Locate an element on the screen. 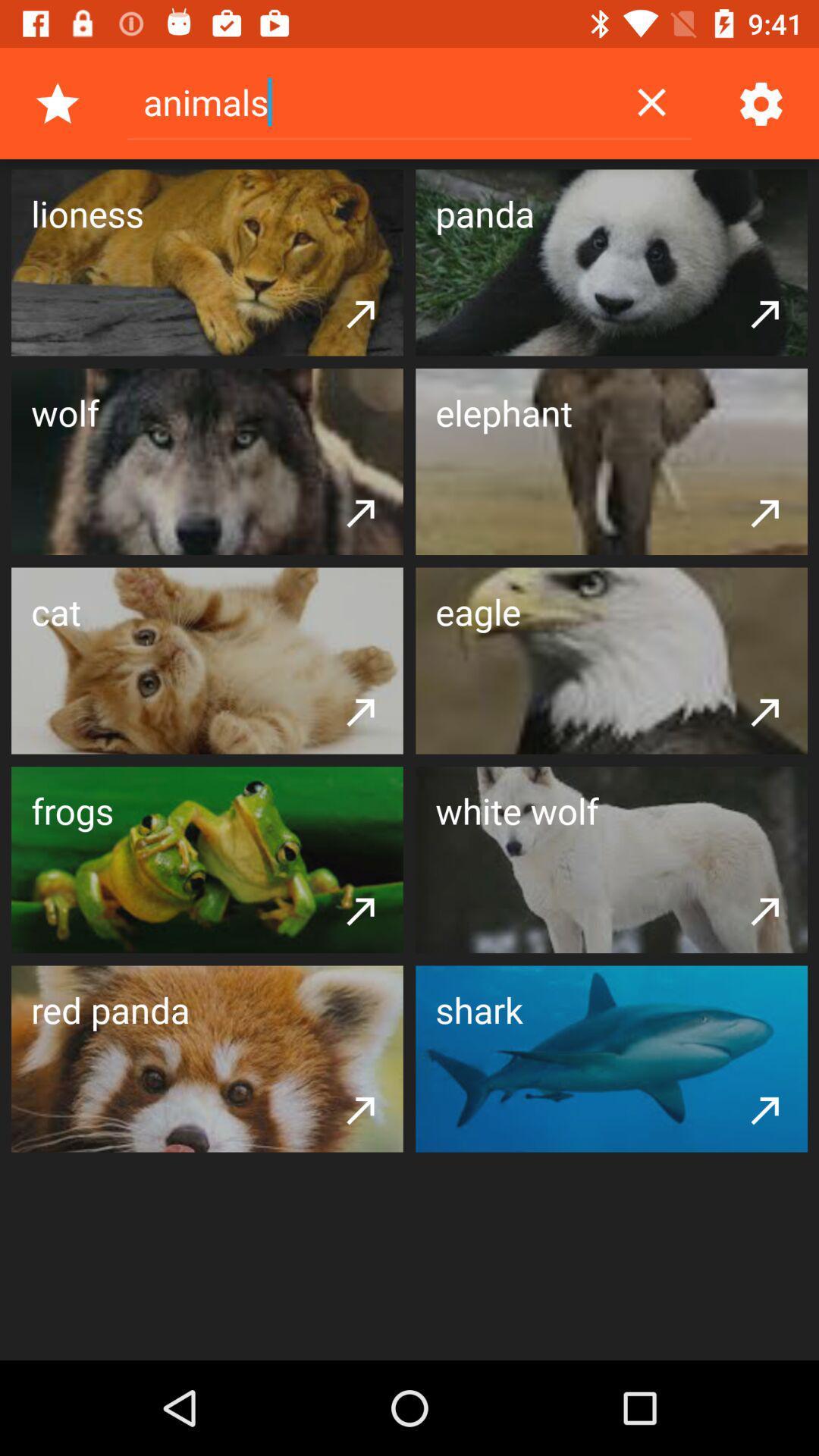 The image size is (819, 1456). the icon below the red panda is located at coordinates (361, 1109).